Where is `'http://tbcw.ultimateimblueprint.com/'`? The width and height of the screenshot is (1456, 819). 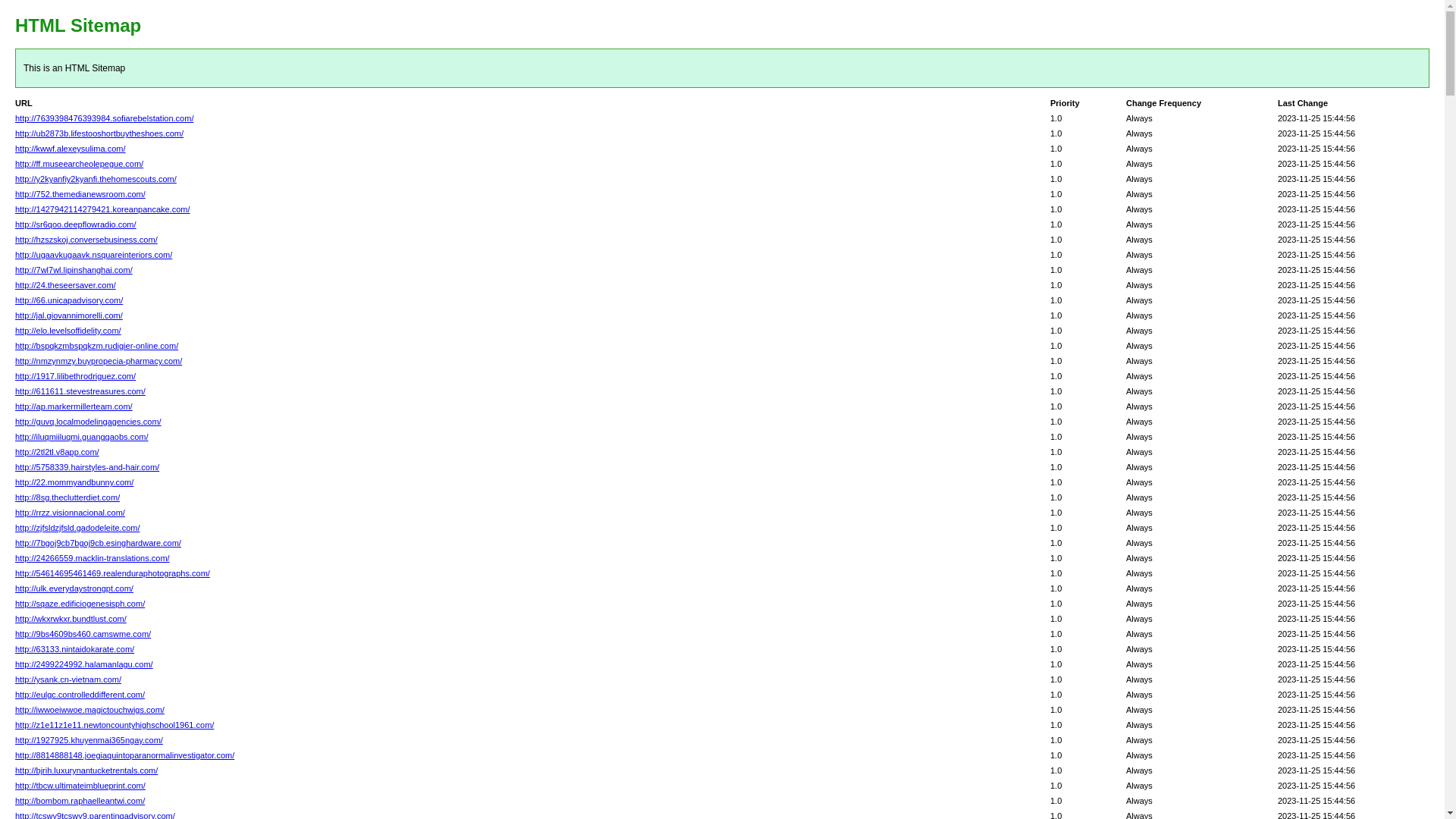 'http://tbcw.ultimateimblueprint.com/' is located at coordinates (79, 785).